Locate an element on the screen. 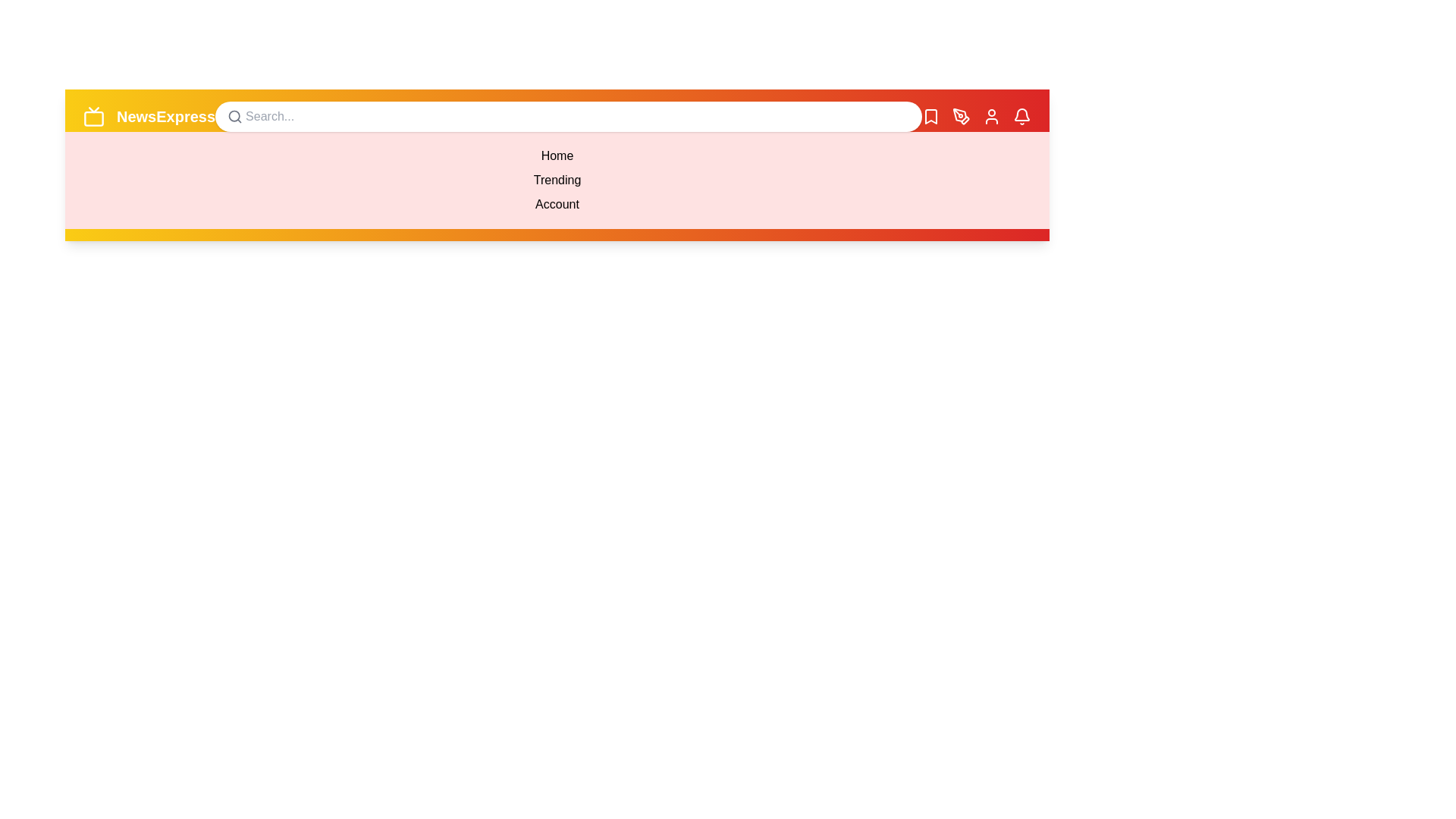  the menu item Trending from the dropdown menu is located at coordinates (556, 180).